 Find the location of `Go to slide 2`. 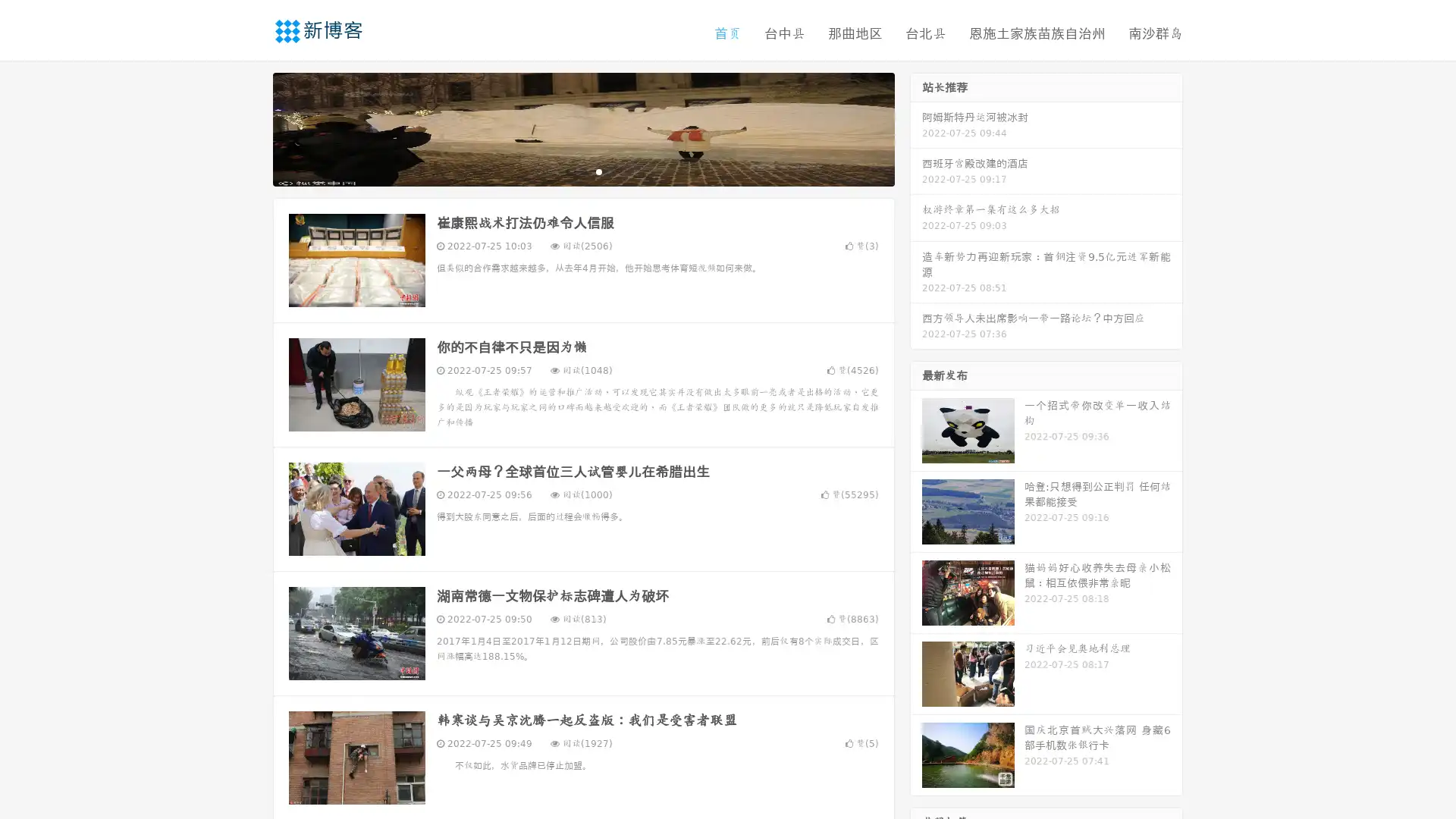

Go to slide 2 is located at coordinates (582, 171).